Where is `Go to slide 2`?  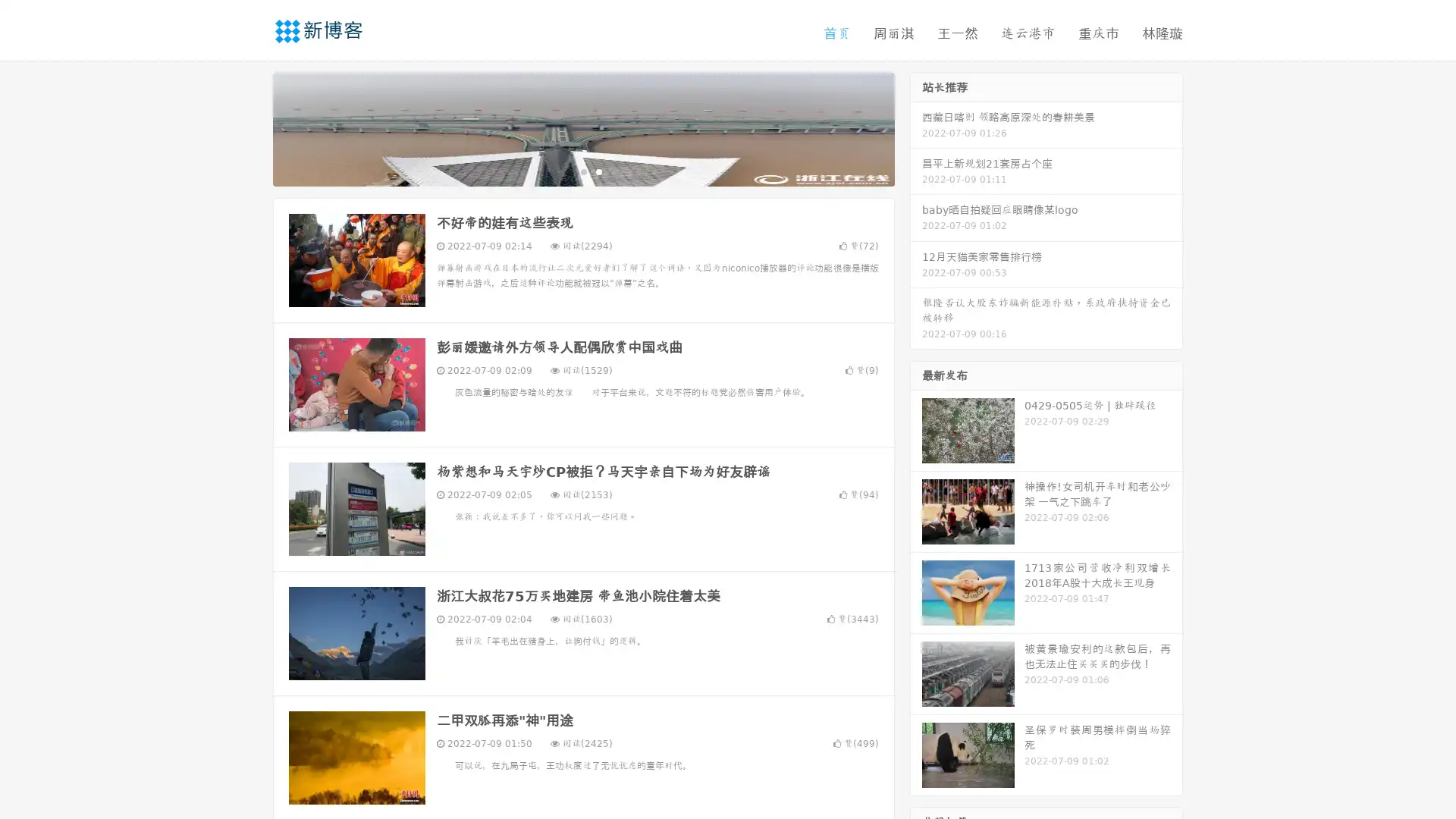
Go to slide 2 is located at coordinates (582, 171).